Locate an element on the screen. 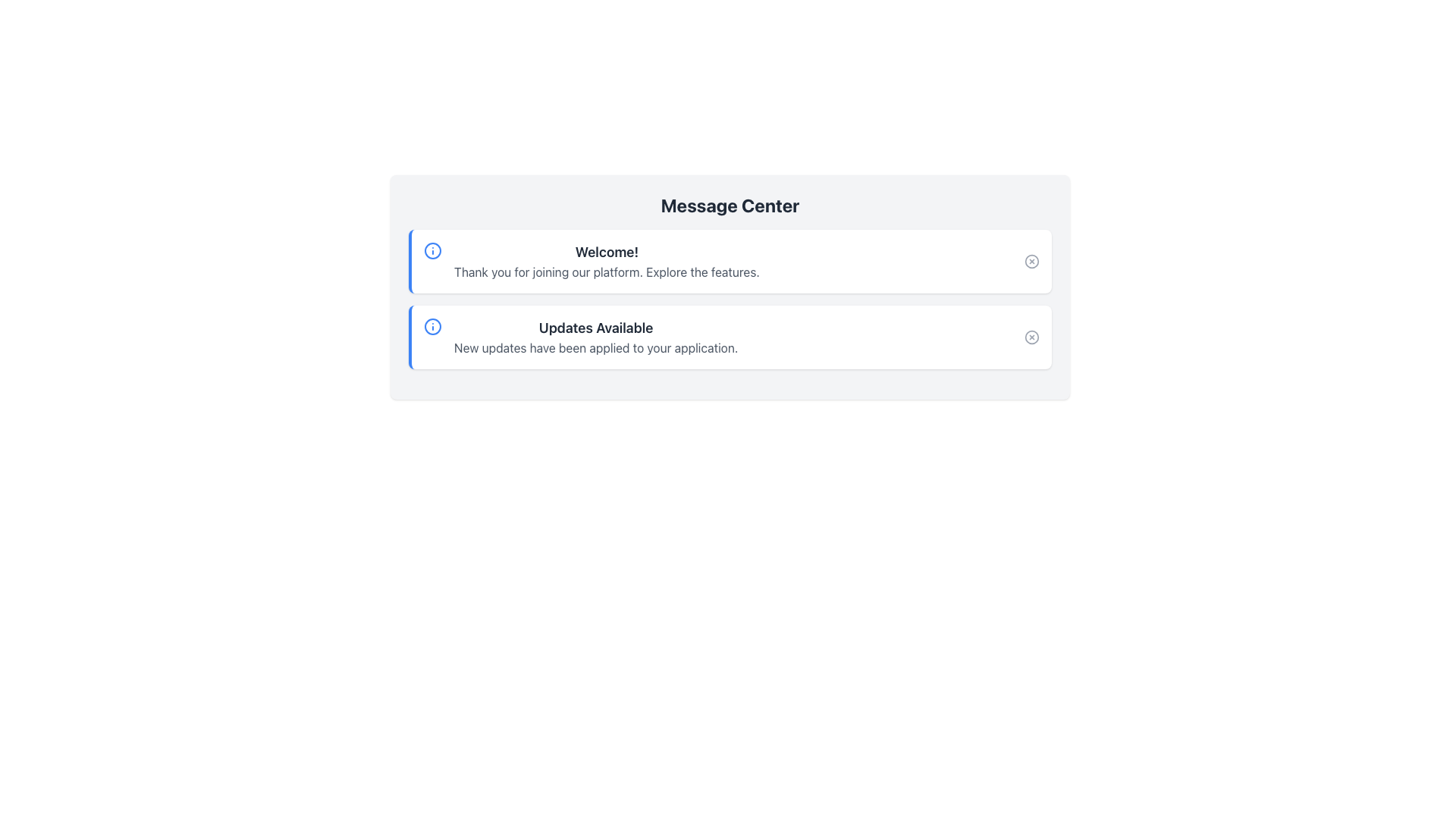 The width and height of the screenshot is (1456, 819). the circular graphical decoration within the first notification card located at the top-right corner of its section is located at coordinates (1031, 260).